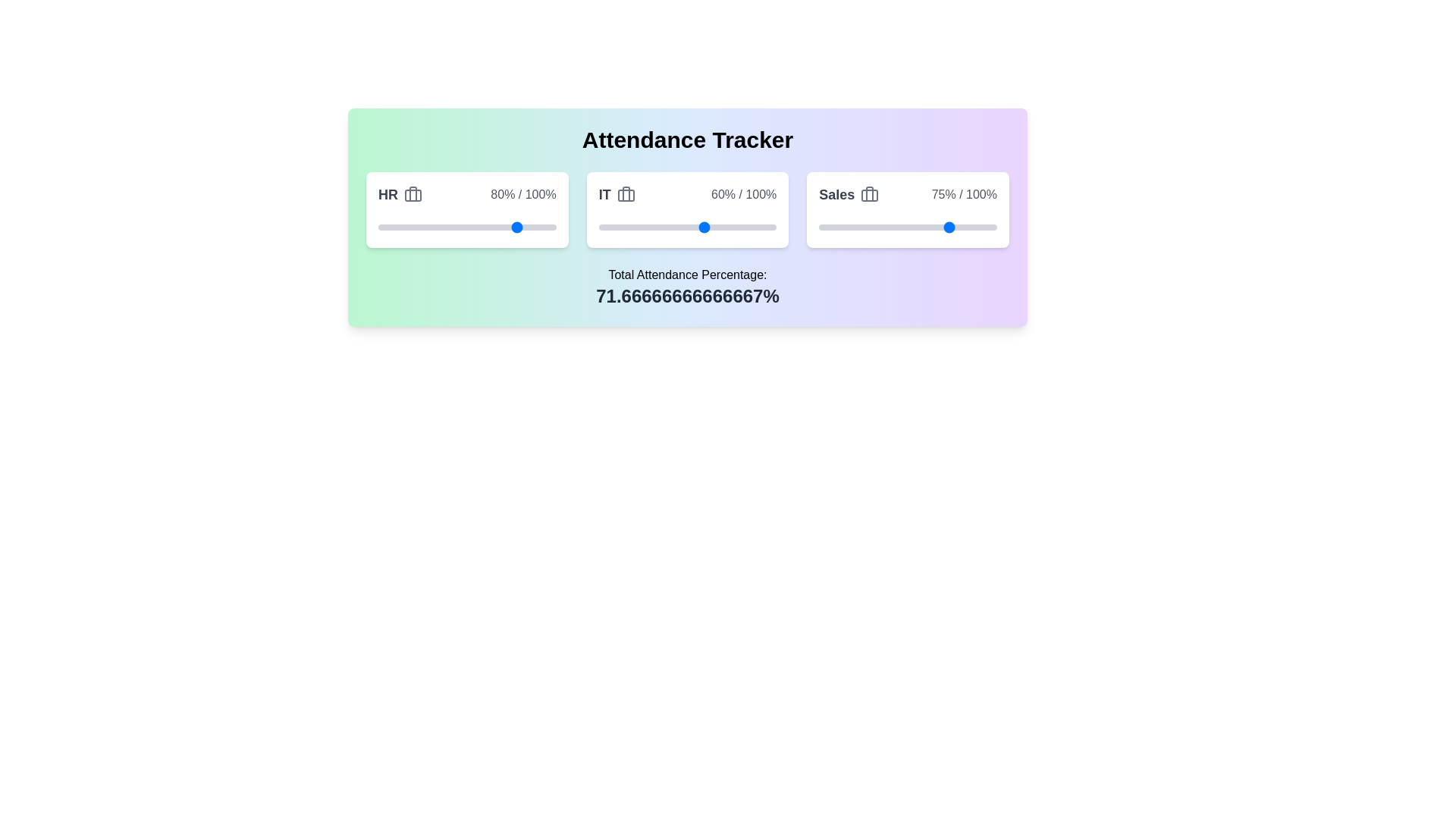  Describe the element at coordinates (739, 227) in the screenshot. I see `the IT attendance slider` at that location.